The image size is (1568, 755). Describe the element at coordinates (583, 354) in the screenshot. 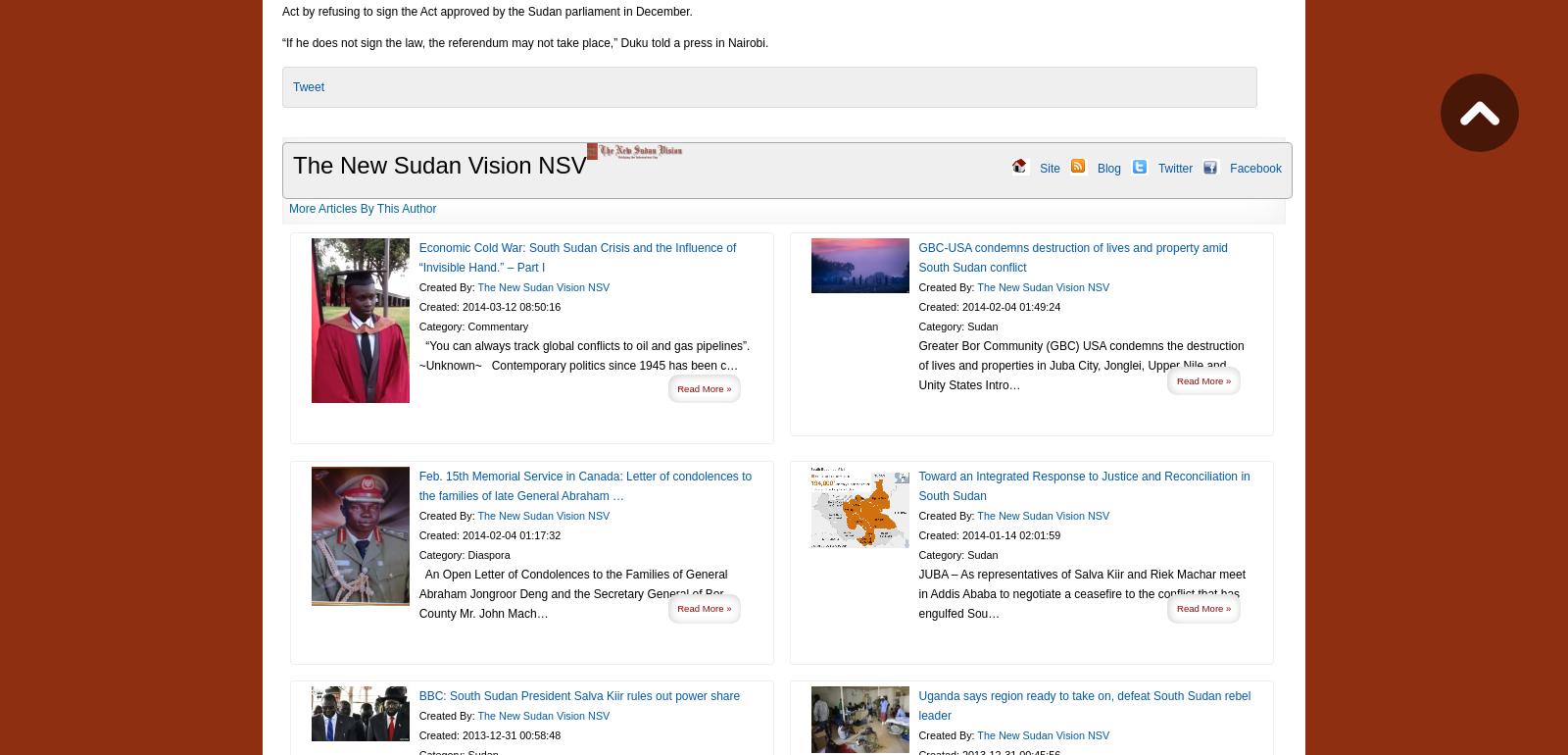

I see `'“You can always track global conflicts to oil and gas pipelines”. ~Unknown~
 
Contemporary politics since 1945 has been c…'` at that location.